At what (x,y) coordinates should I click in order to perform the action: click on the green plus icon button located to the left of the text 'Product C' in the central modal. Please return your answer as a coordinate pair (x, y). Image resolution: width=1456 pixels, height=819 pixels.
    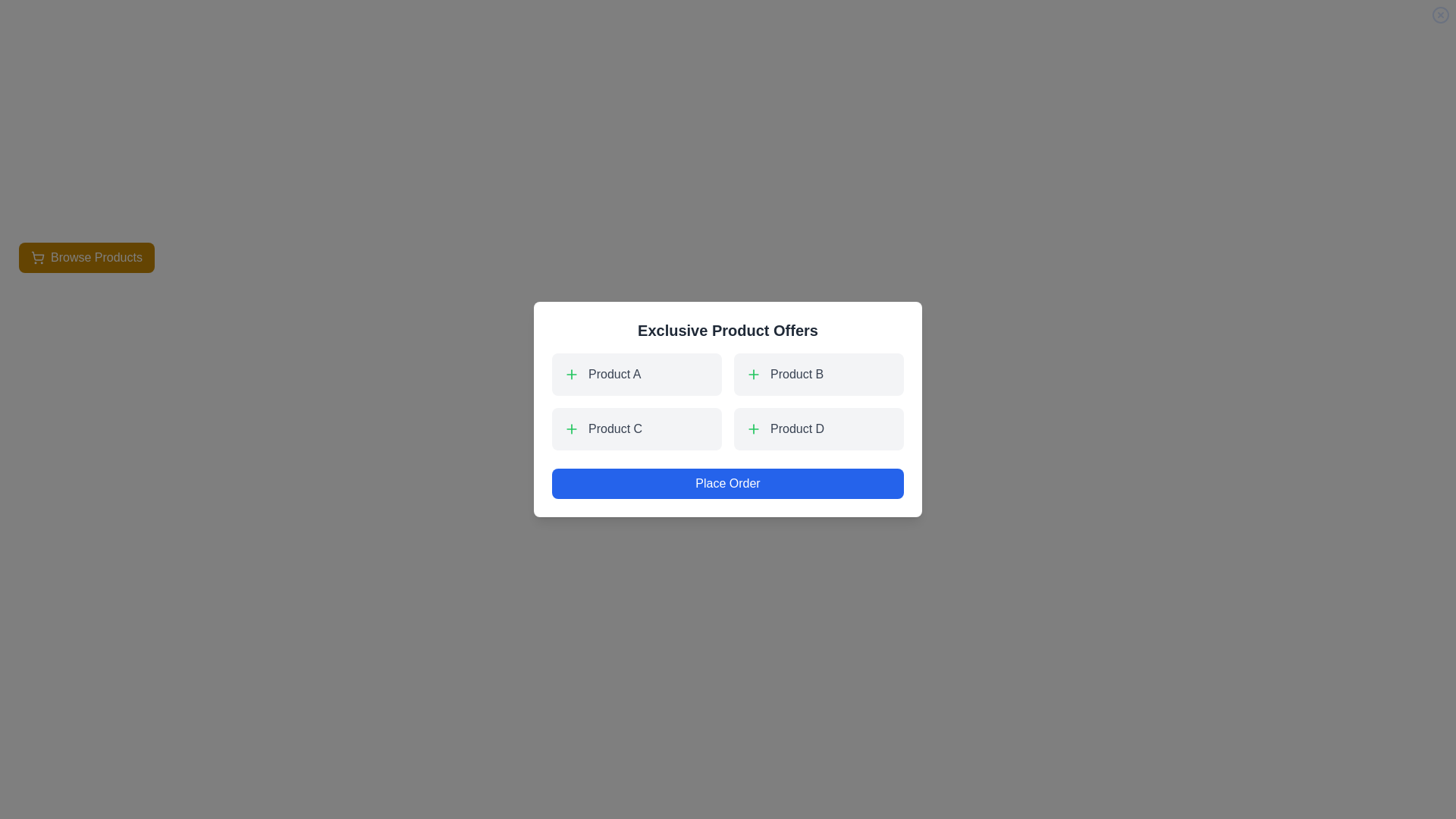
    Looking at the image, I should click on (570, 429).